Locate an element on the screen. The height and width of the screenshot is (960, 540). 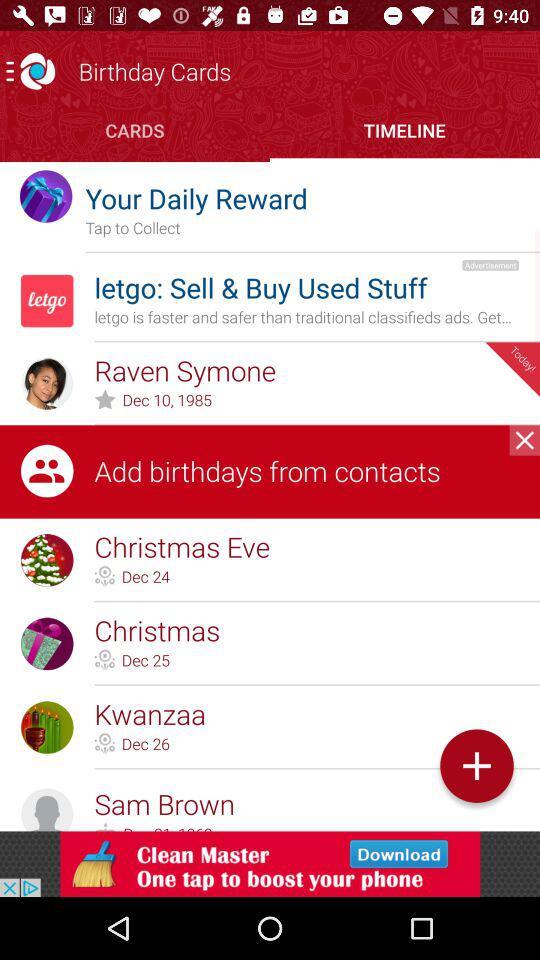
button is located at coordinates (524, 440).